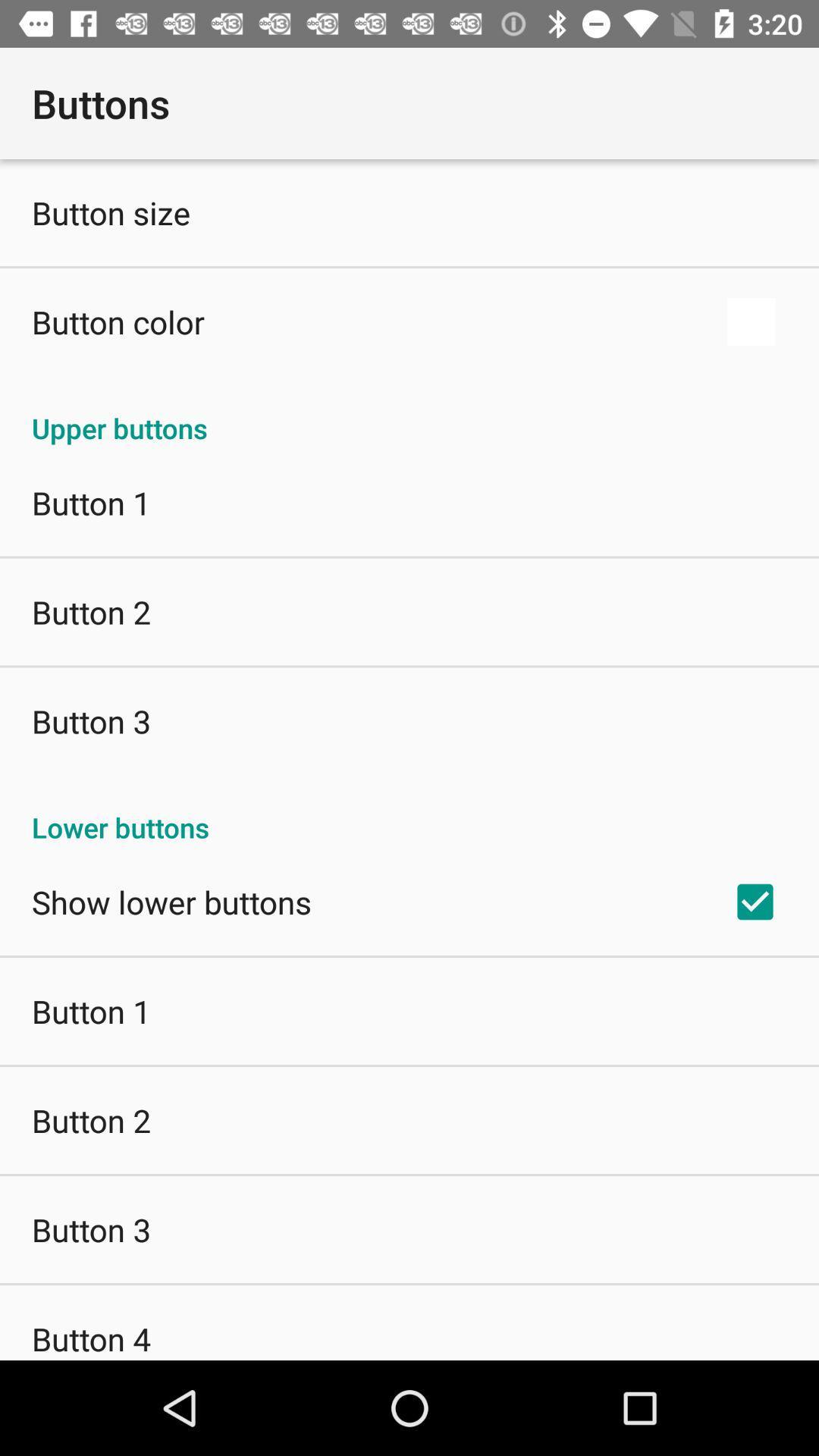 This screenshot has height=1456, width=819. What do you see at coordinates (117, 321) in the screenshot?
I see `the item above upper buttons icon` at bounding box center [117, 321].